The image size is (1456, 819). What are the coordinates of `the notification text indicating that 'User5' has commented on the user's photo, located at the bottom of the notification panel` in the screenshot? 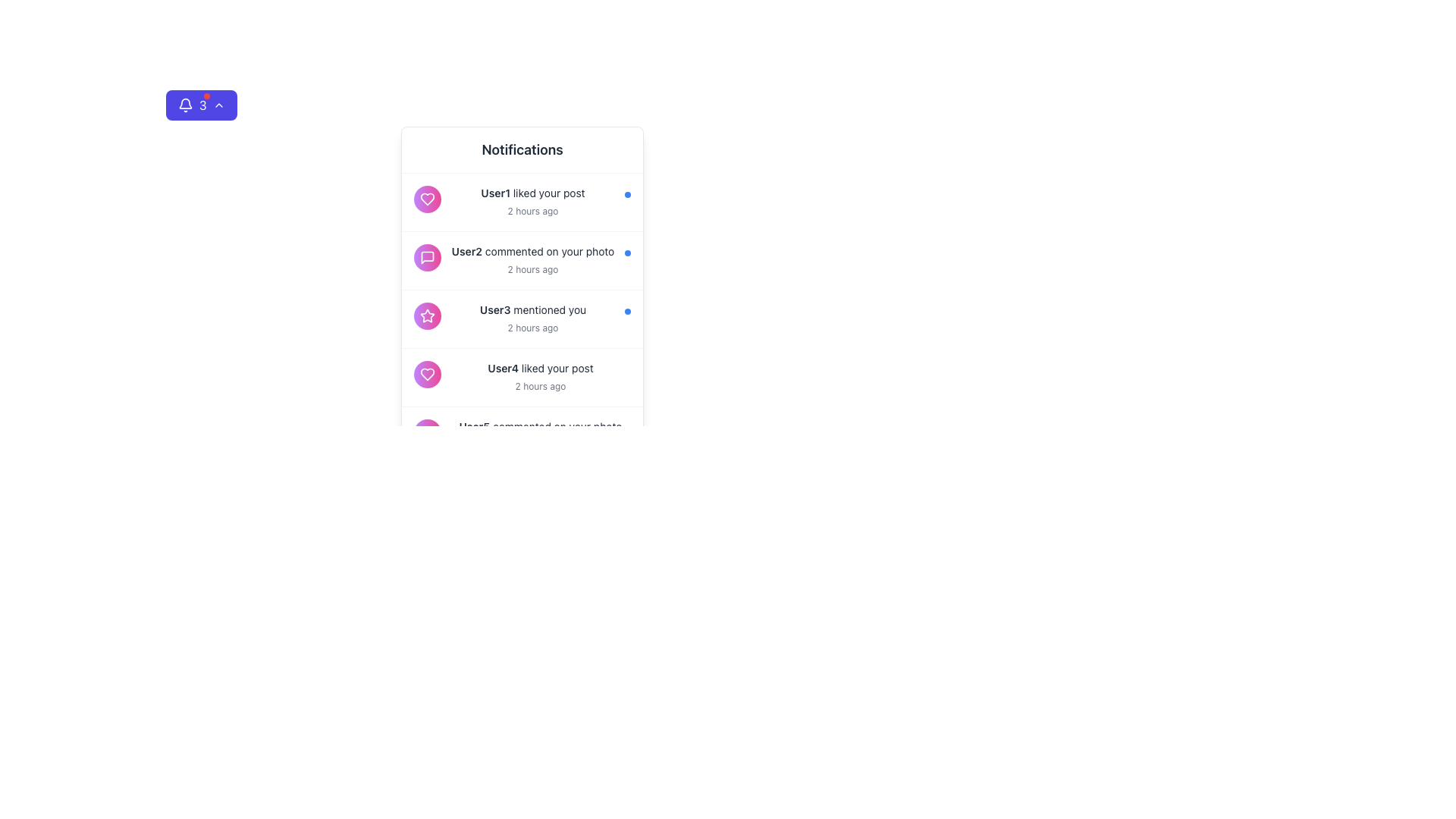 It's located at (541, 427).